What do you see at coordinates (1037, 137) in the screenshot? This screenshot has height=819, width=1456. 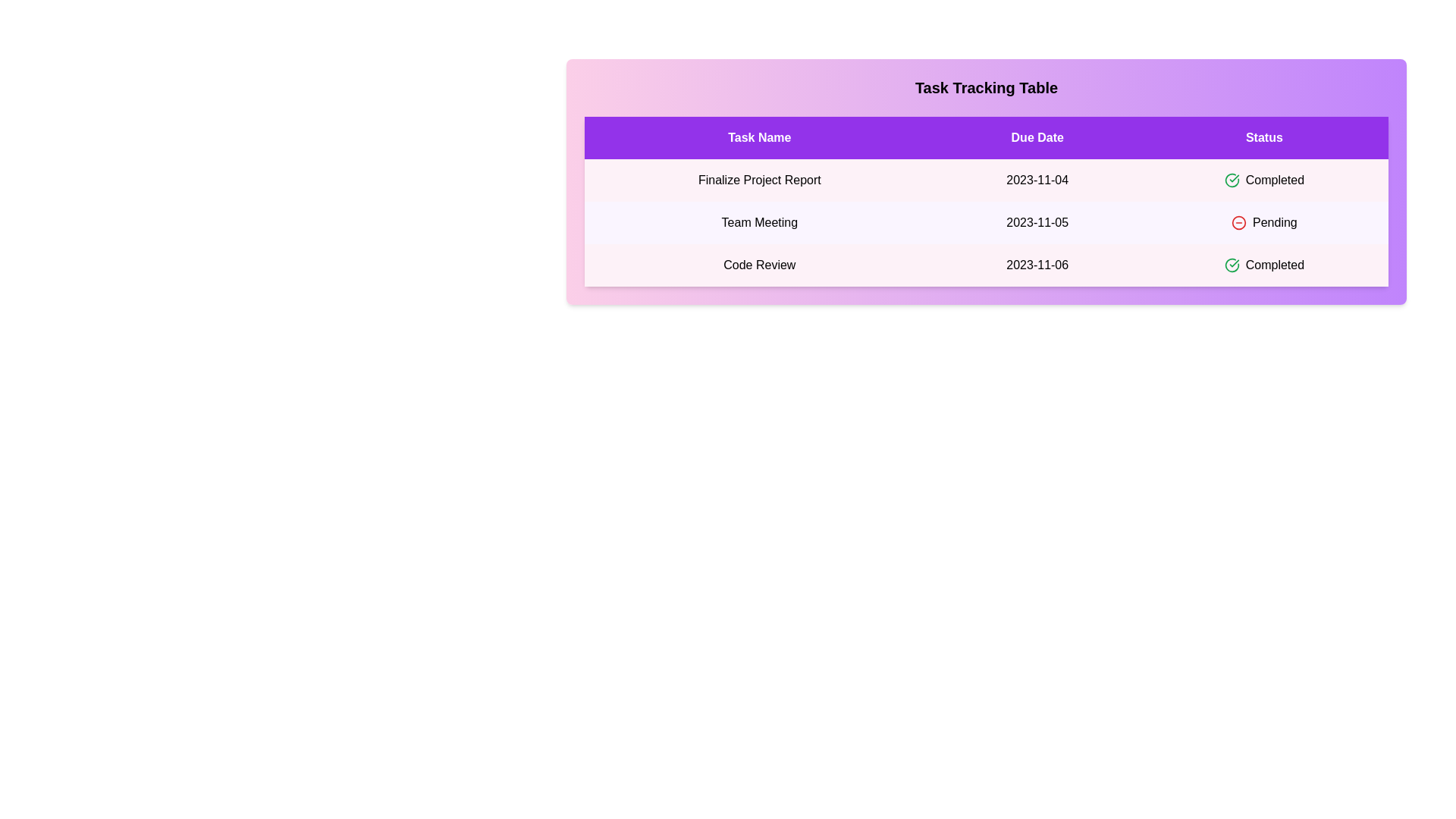 I see `the Due Date header to sort the table by that column` at bounding box center [1037, 137].